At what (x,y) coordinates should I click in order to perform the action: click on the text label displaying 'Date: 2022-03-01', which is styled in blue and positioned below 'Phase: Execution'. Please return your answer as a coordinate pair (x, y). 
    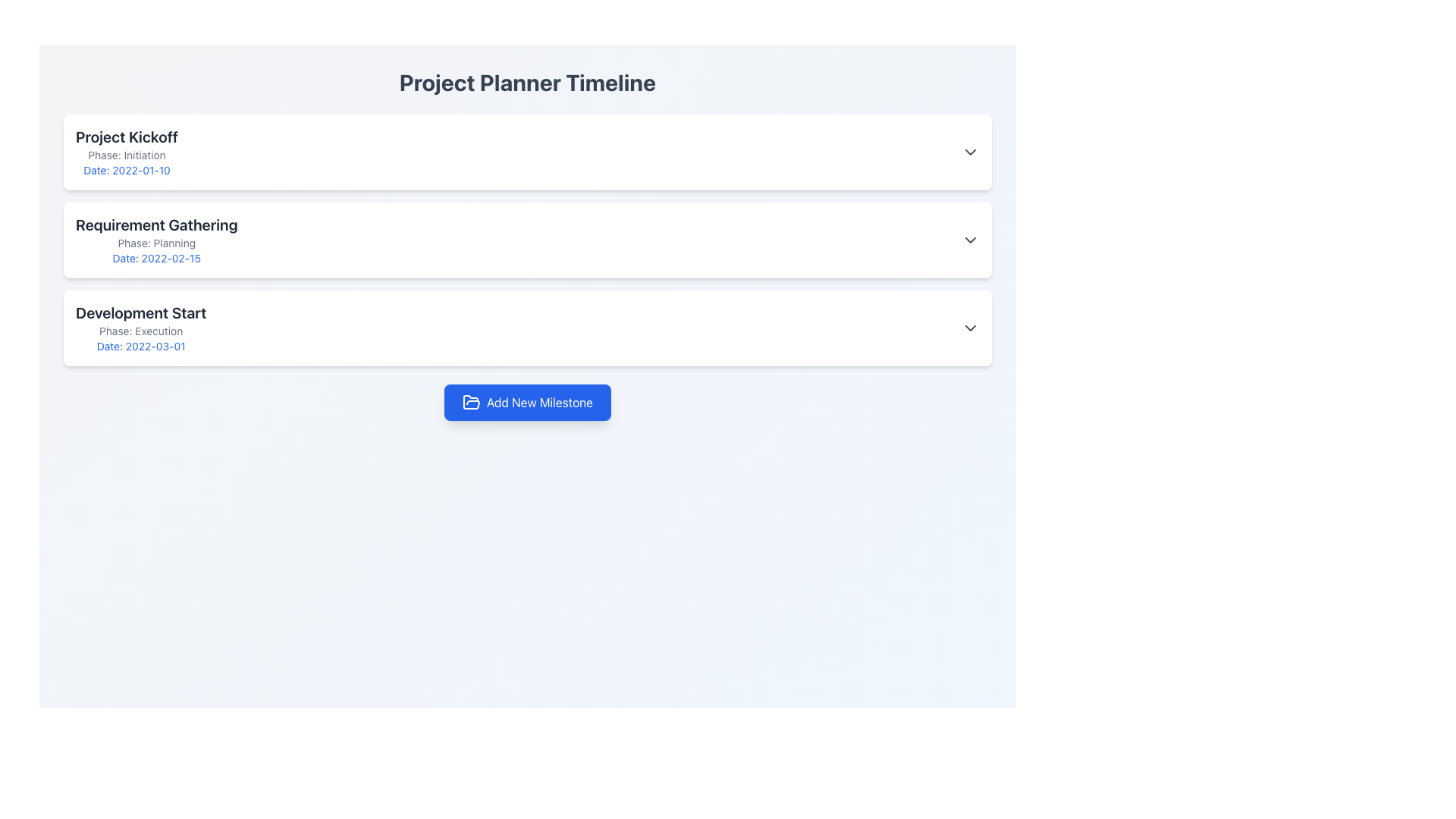
    Looking at the image, I should click on (141, 346).